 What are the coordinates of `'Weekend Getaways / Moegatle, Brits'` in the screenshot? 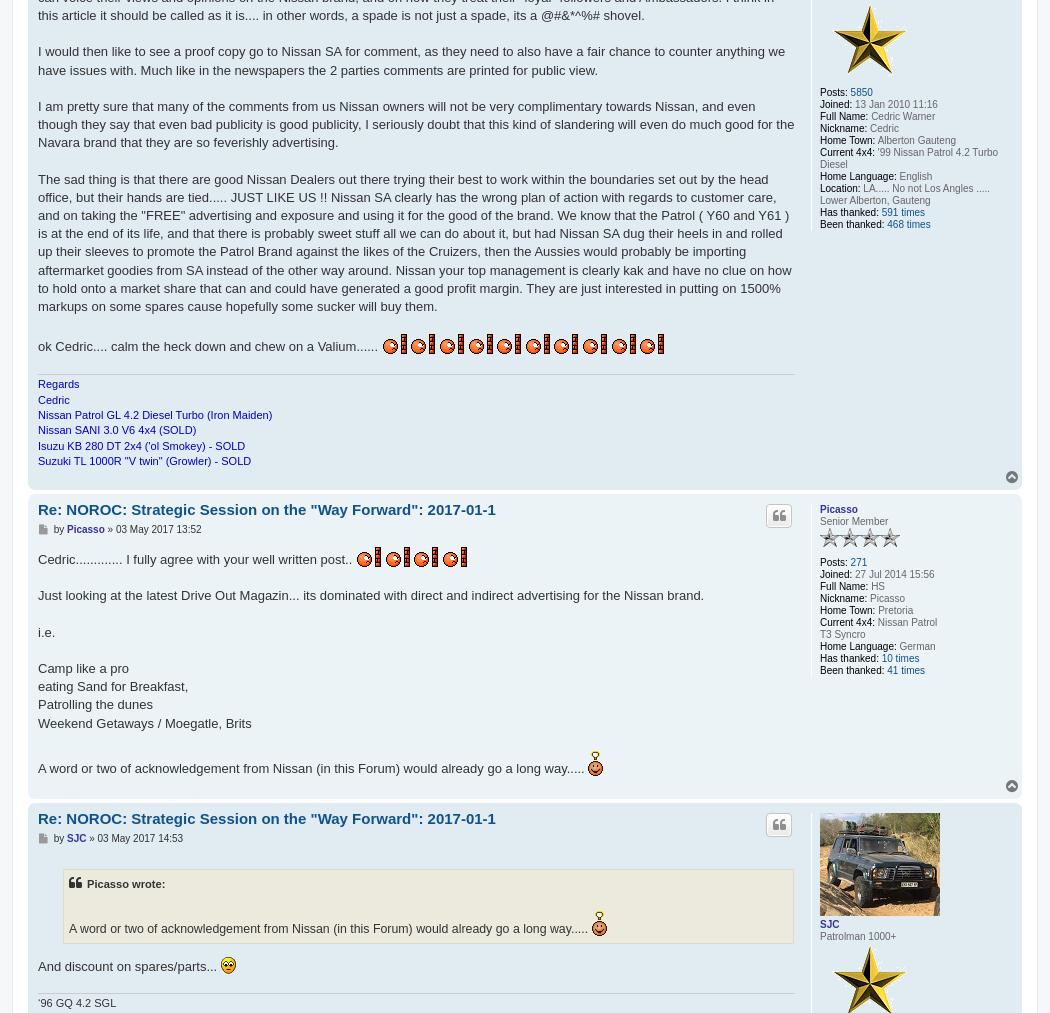 It's located at (143, 722).